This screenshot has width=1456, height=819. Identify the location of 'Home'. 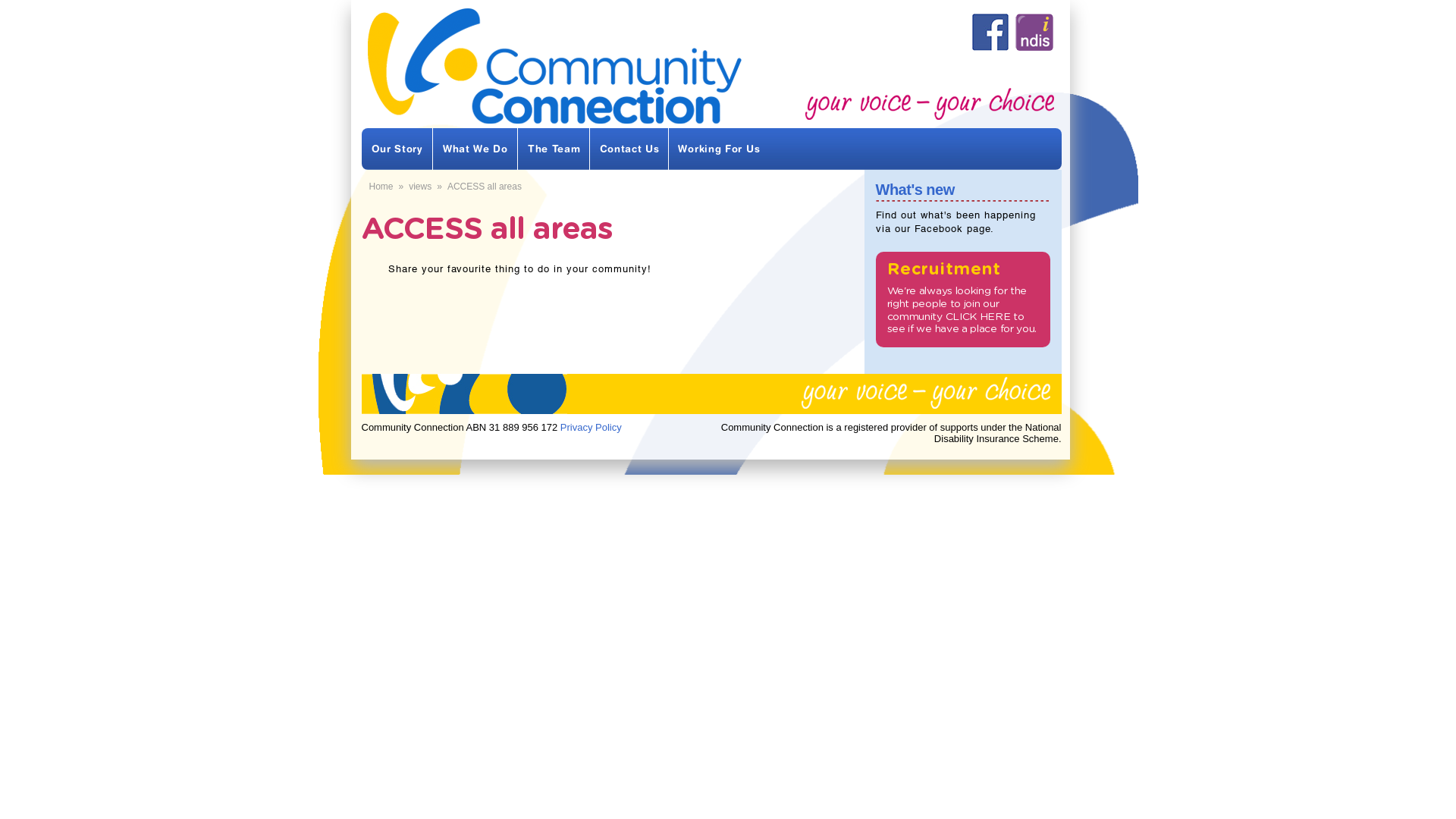
(381, 186).